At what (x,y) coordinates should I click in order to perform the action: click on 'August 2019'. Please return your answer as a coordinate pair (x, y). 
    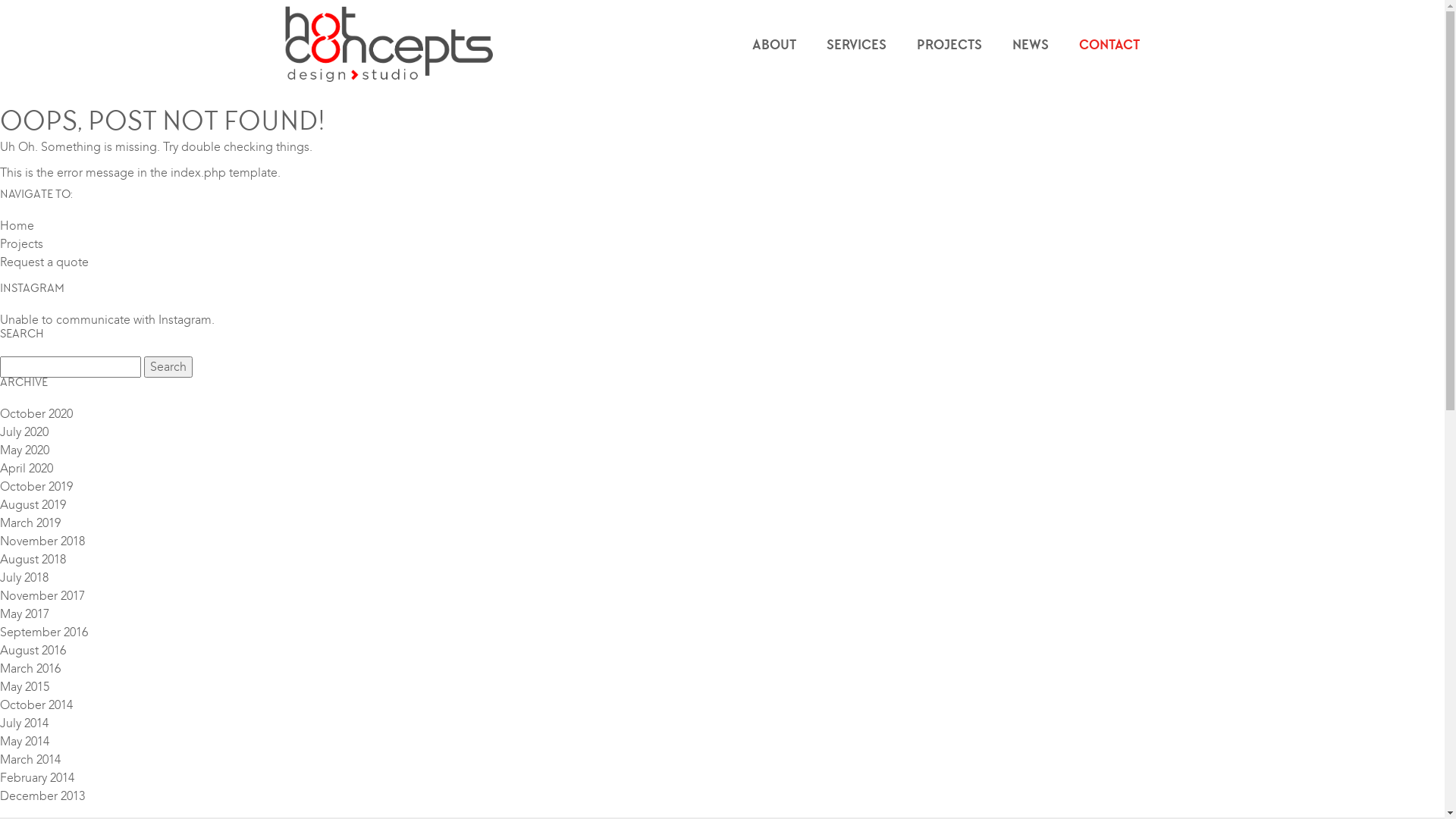
    Looking at the image, I should click on (33, 505).